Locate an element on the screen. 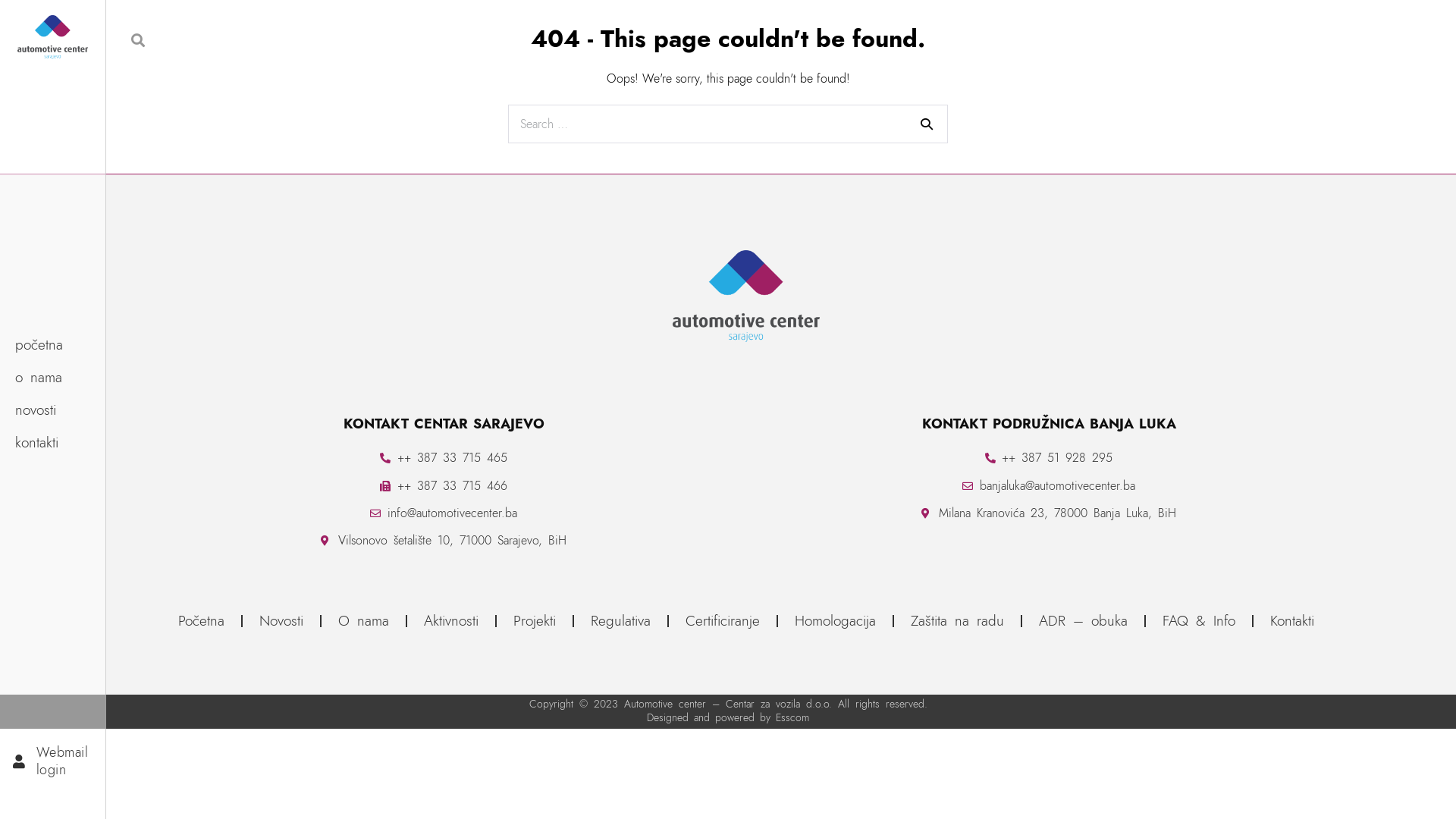 The height and width of the screenshot is (819, 1456). 'banjaluka@automotivecenter.ba' is located at coordinates (1047, 485).